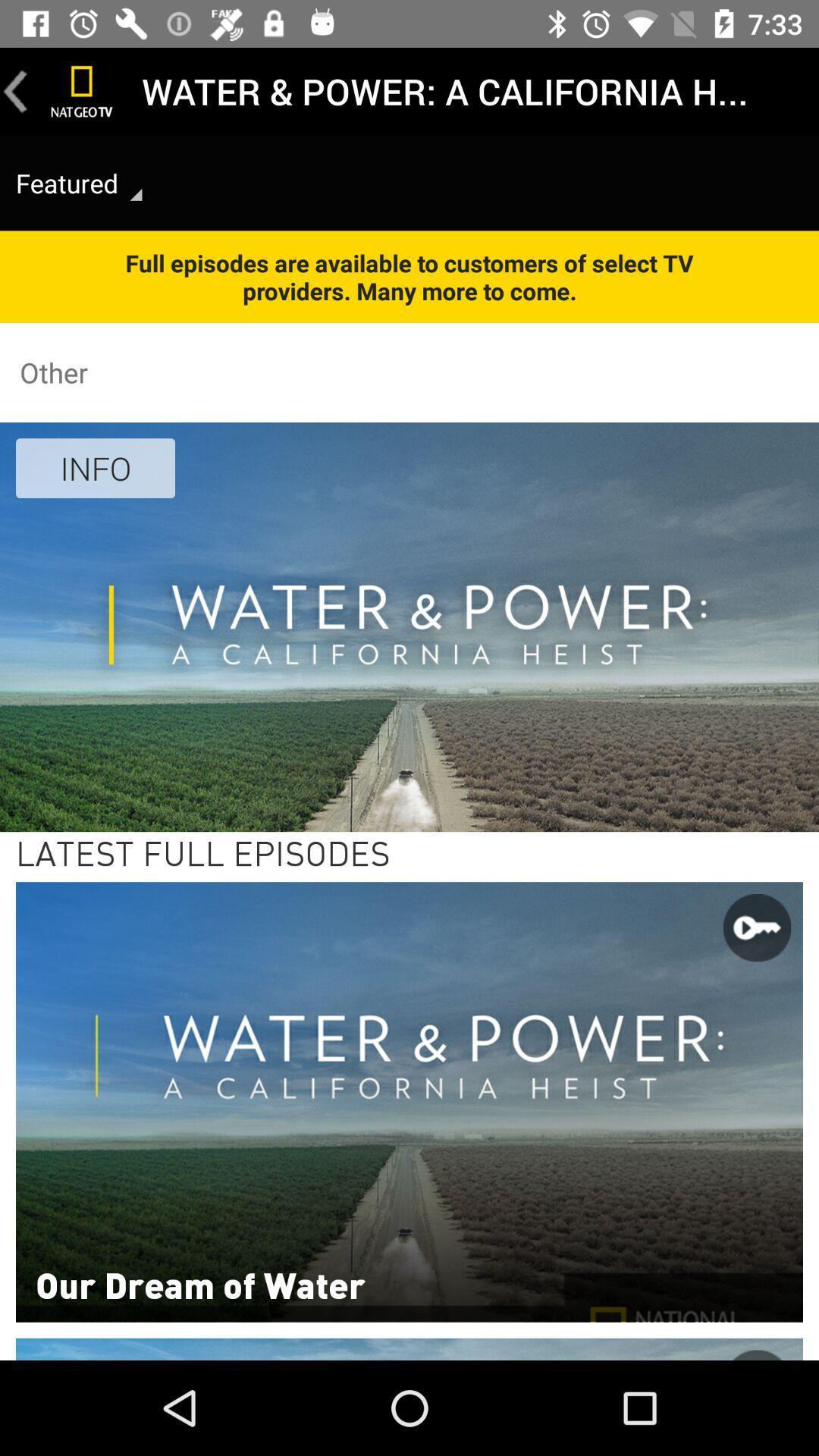 The image size is (819, 1456). Describe the element at coordinates (136, 194) in the screenshot. I see `the icon which is beside featured` at that location.